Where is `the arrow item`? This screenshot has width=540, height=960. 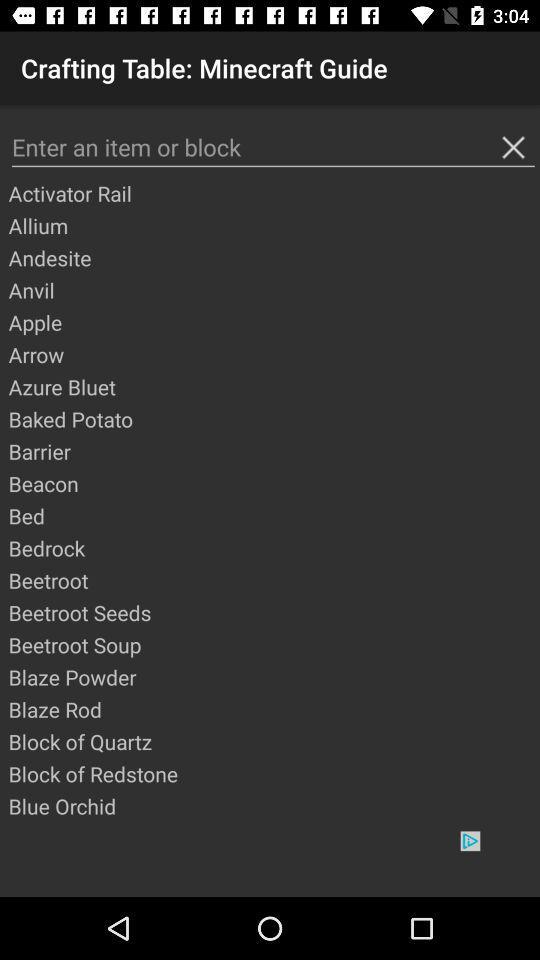
the arrow item is located at coordinates (272, 354).